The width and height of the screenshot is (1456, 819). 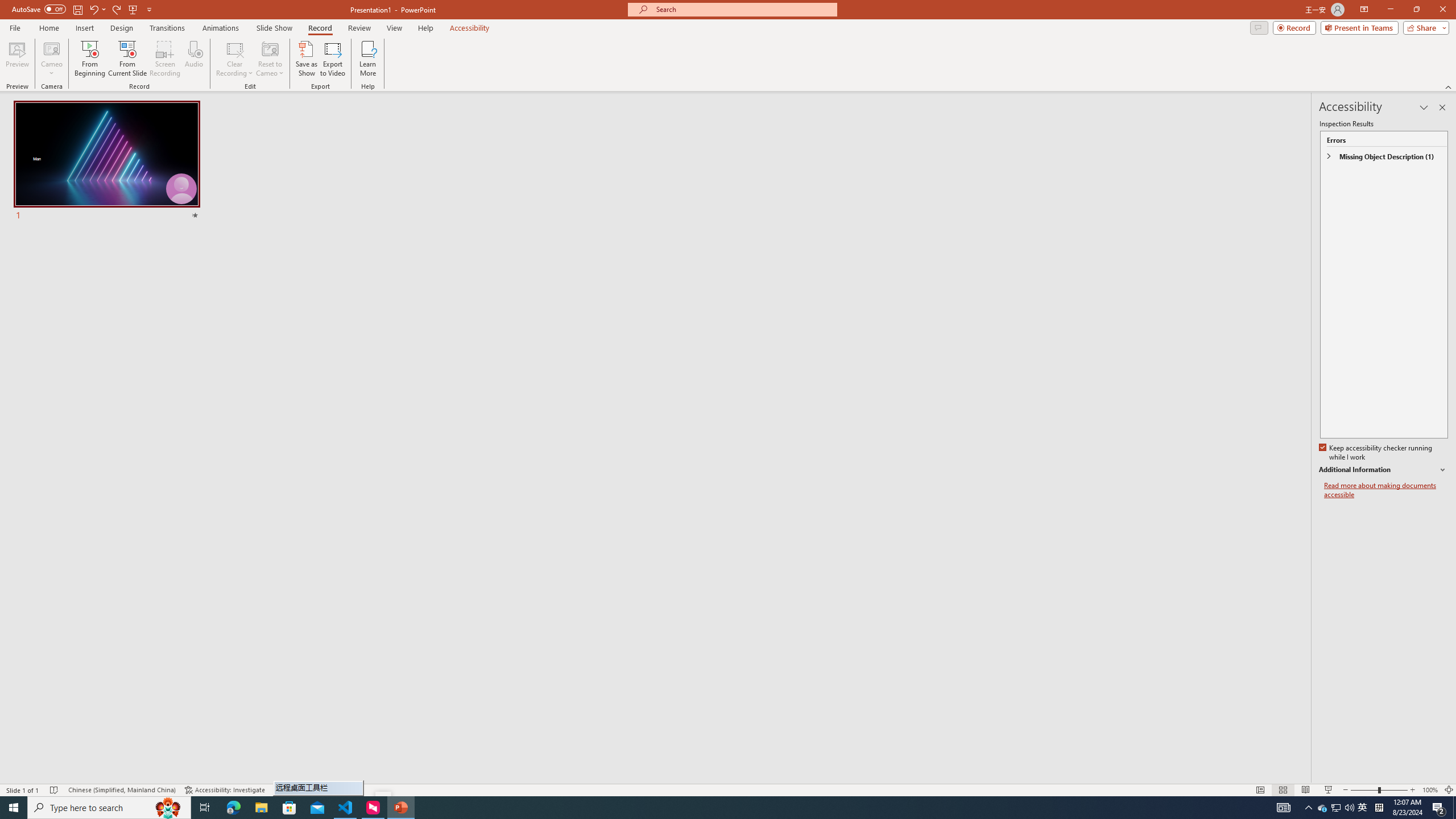 I want to click on 'Export to Video', so click(x=332, y=59).